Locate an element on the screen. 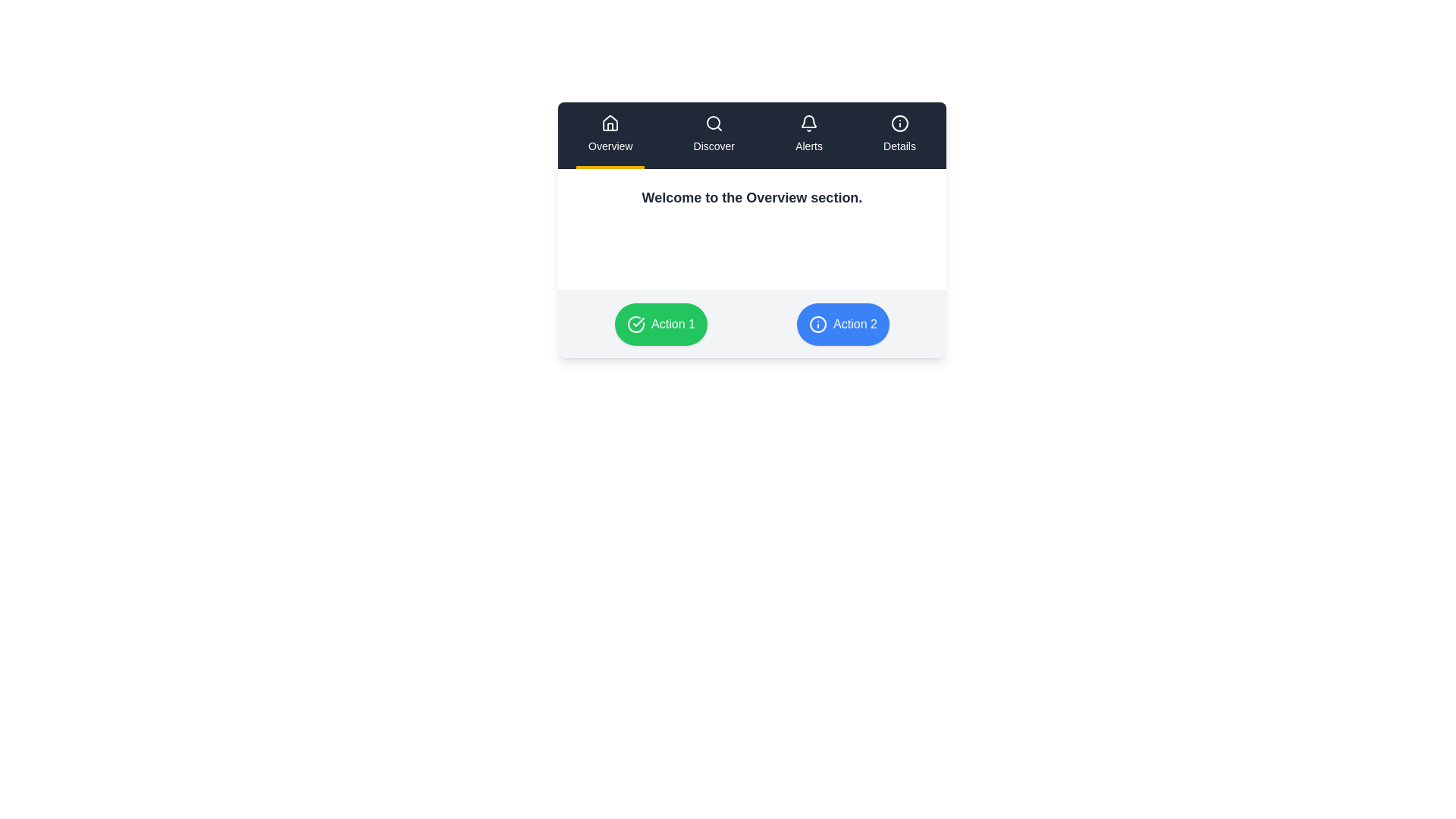 The height and width of the screenshot is (819, 1456). the 'Action 1' button, which is represented by a green circular background with a checkmark SVG icon at its center is located at coordinates (636, 324).